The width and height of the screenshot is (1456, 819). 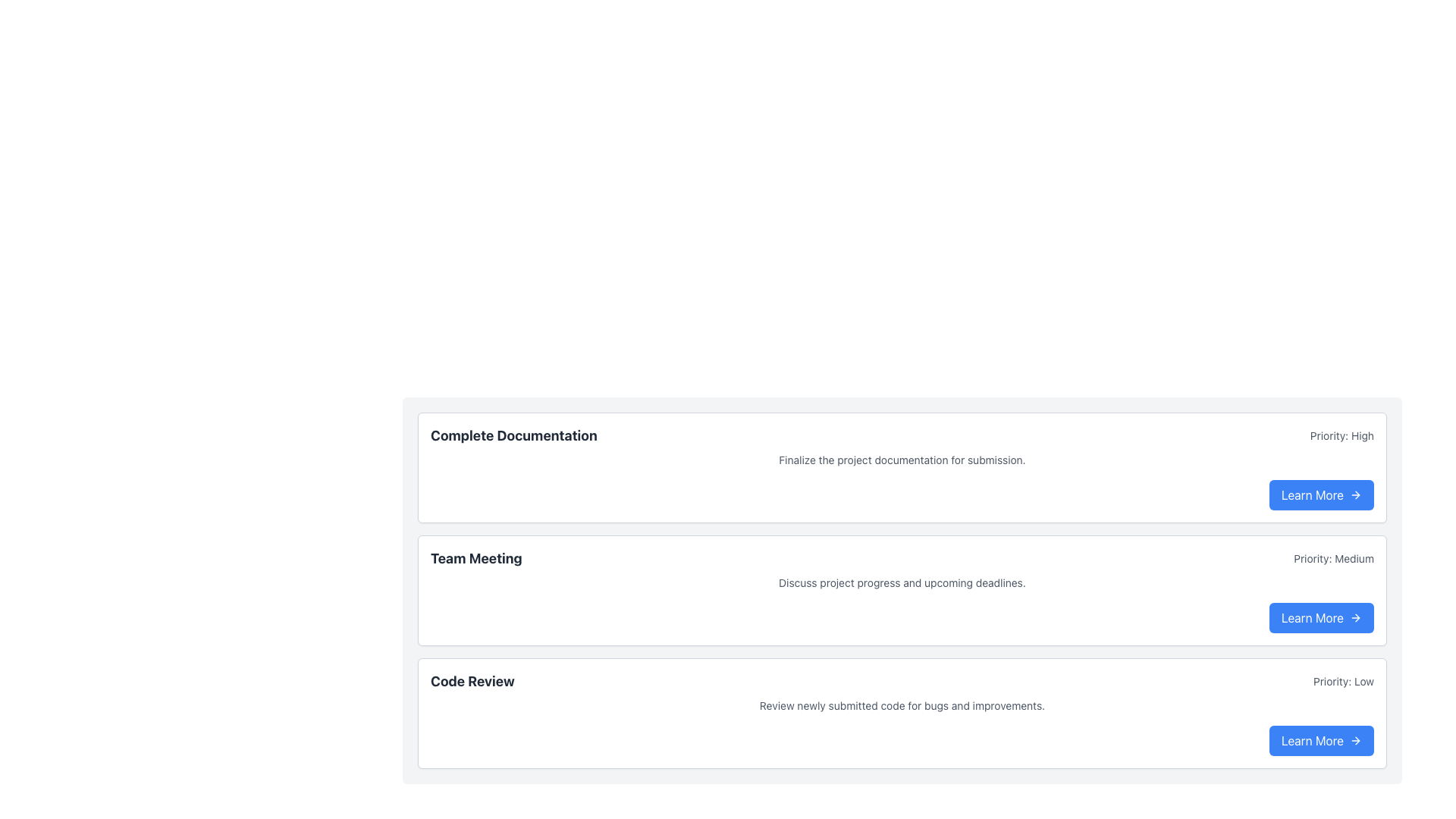 What do you see at coordinates (472, 680) in the screenshot?
I see `the Text label that serves as the title for the 'Code Review' task card, located at the bottommost card in a vertical list of task cards` at bounding box center [472, 680].